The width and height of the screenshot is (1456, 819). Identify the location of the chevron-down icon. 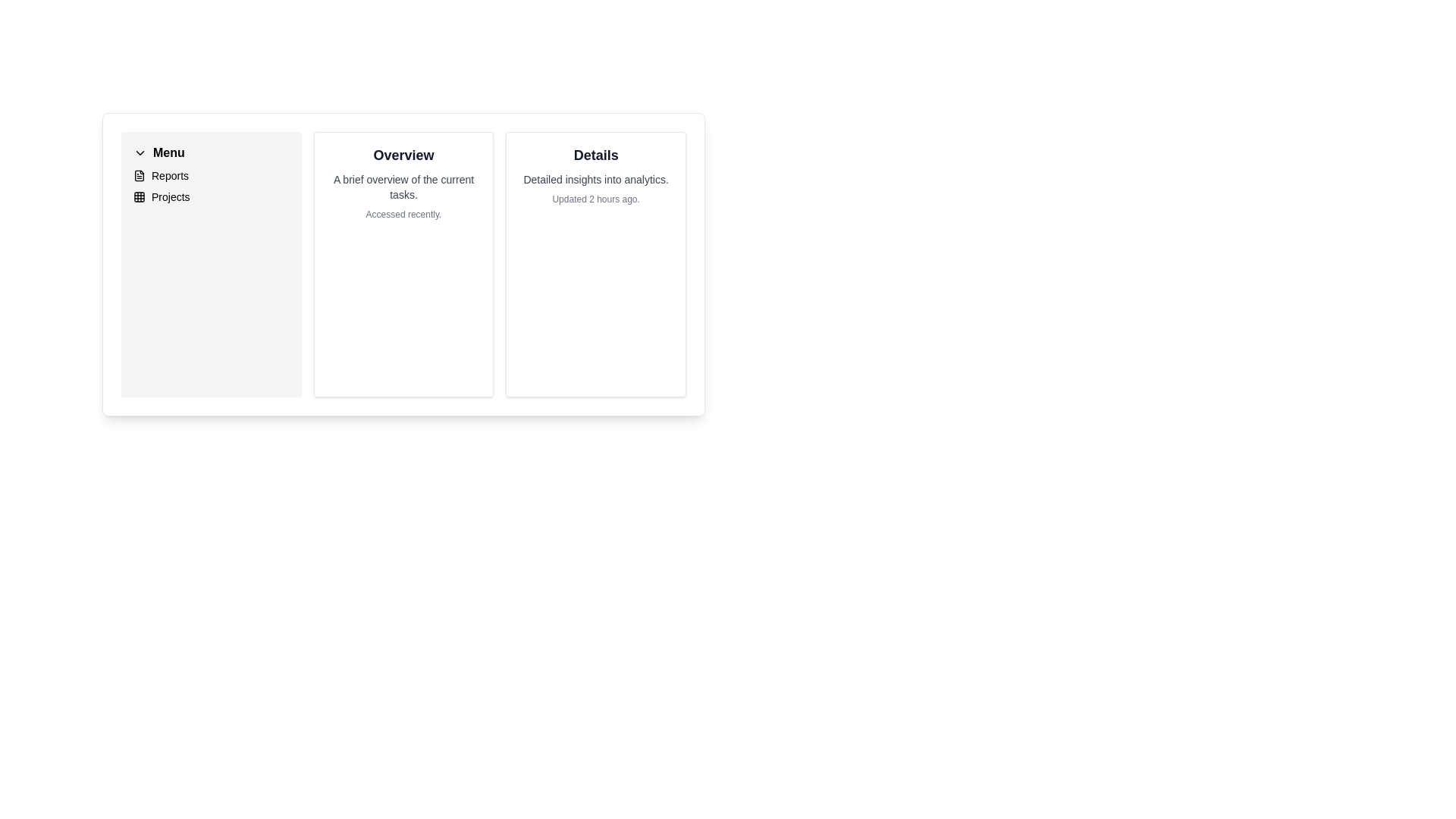
(140, 152).